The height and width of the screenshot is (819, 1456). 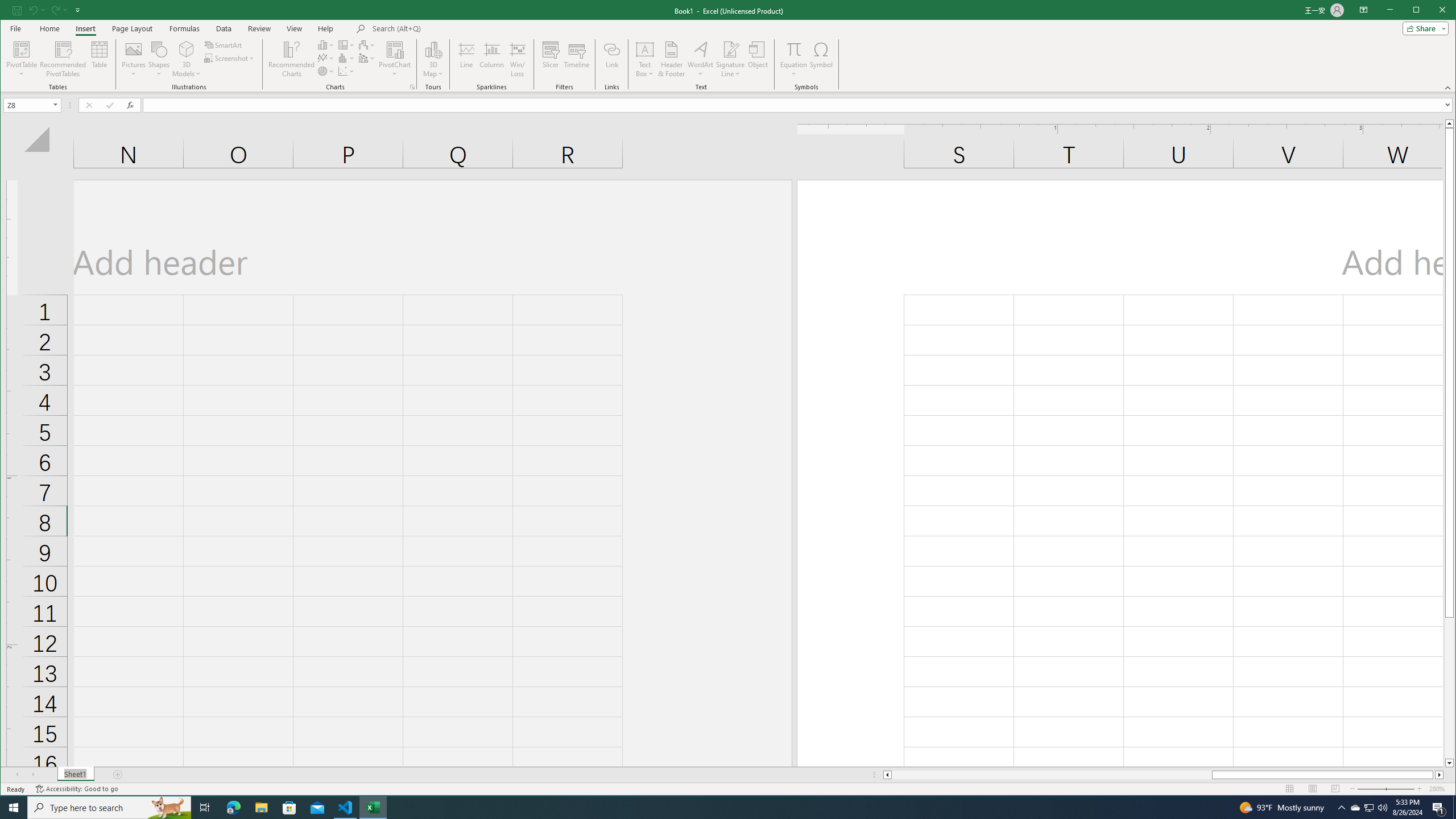 What do you see at coordinates (22, 48) in the screenshot?
I see `'PivotTable'` at bounding box center [22, 48].